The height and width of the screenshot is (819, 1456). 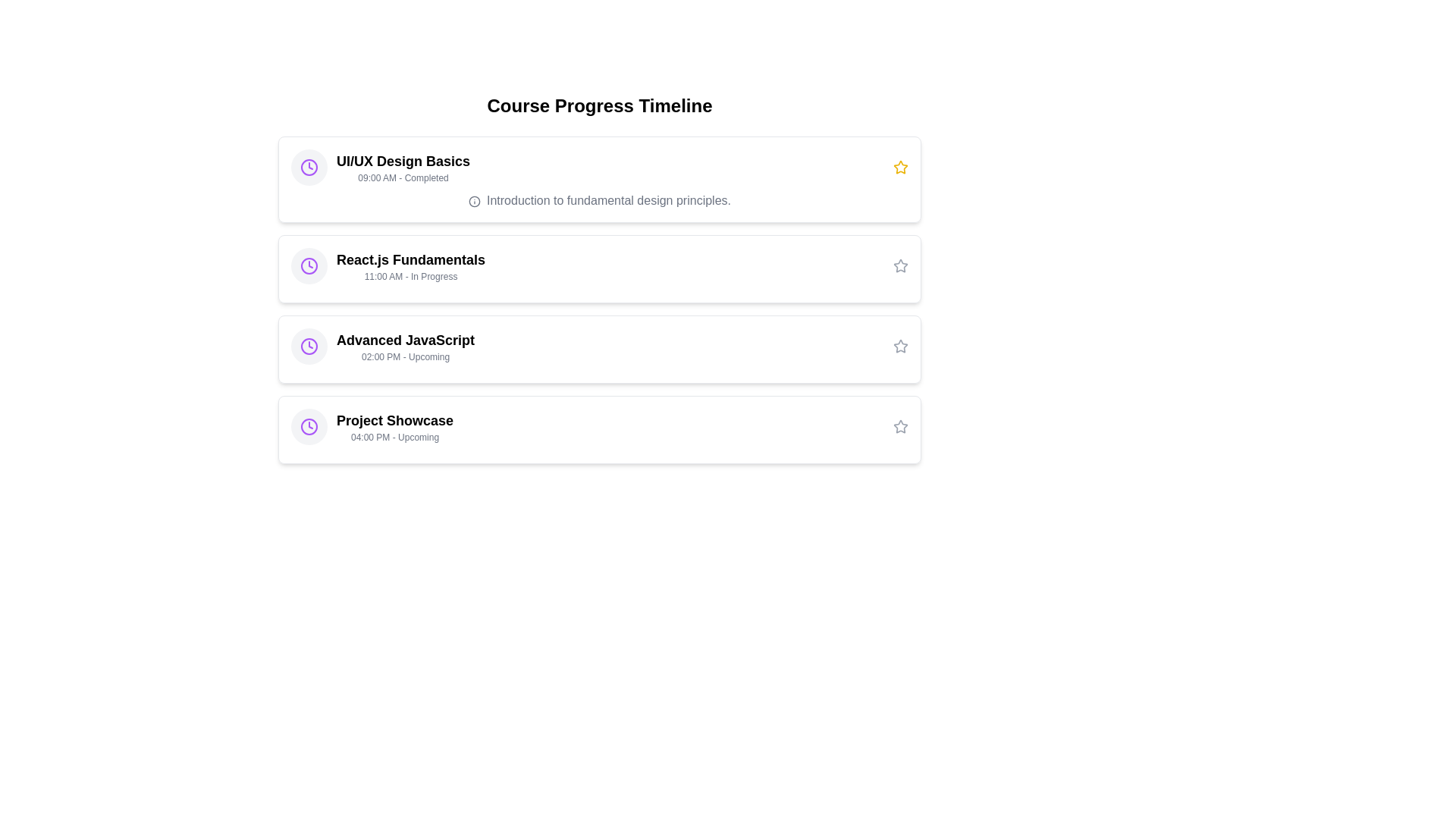 I want to click on the course details card located below the 'UI/UX Design Basics' card and above the 'Advanced JavaScript' card in the vertically stacked list, so click(x=599, y=268).